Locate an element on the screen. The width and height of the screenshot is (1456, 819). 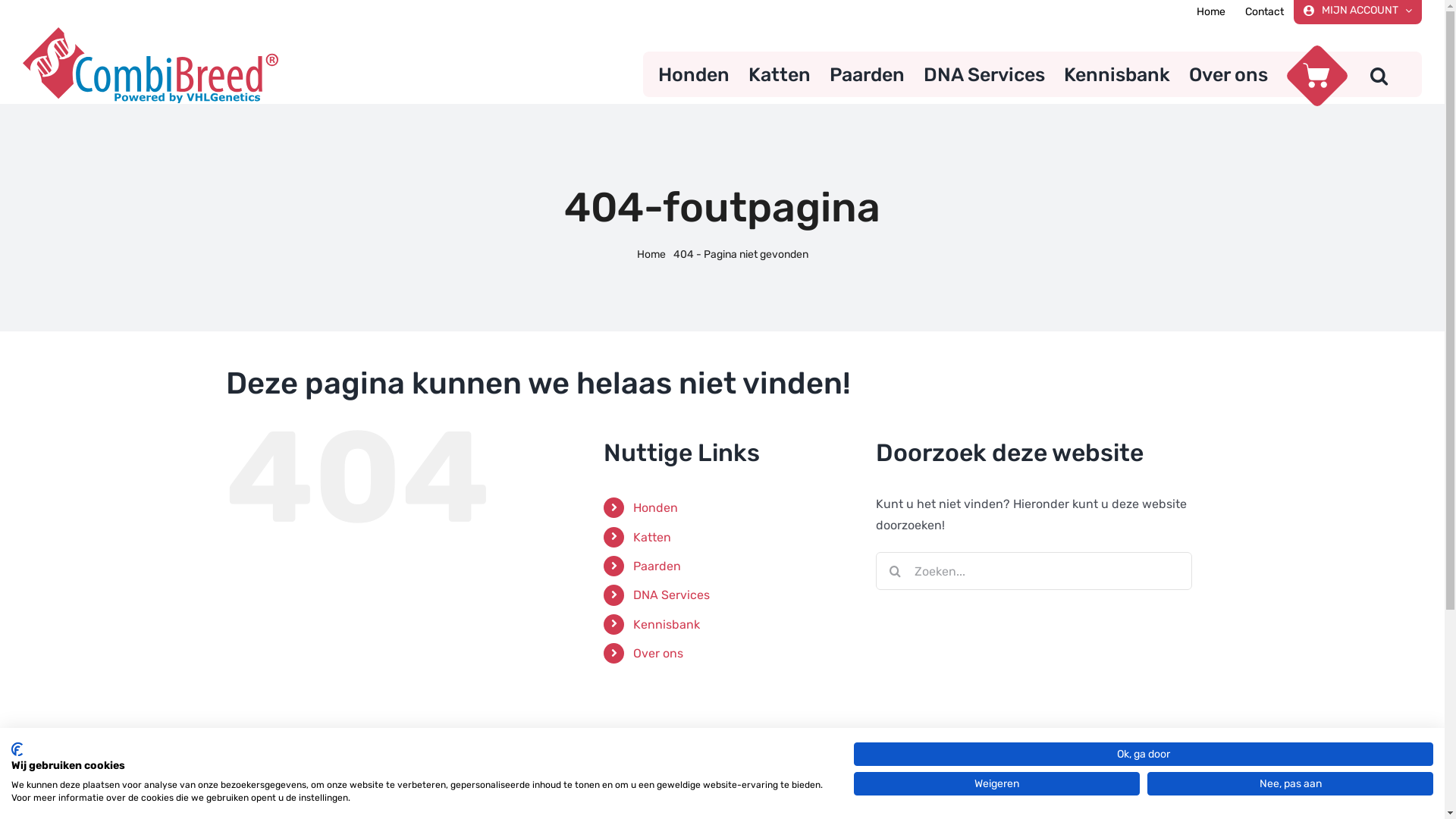
'Kennisbank' is located at coordinates (666, 624).